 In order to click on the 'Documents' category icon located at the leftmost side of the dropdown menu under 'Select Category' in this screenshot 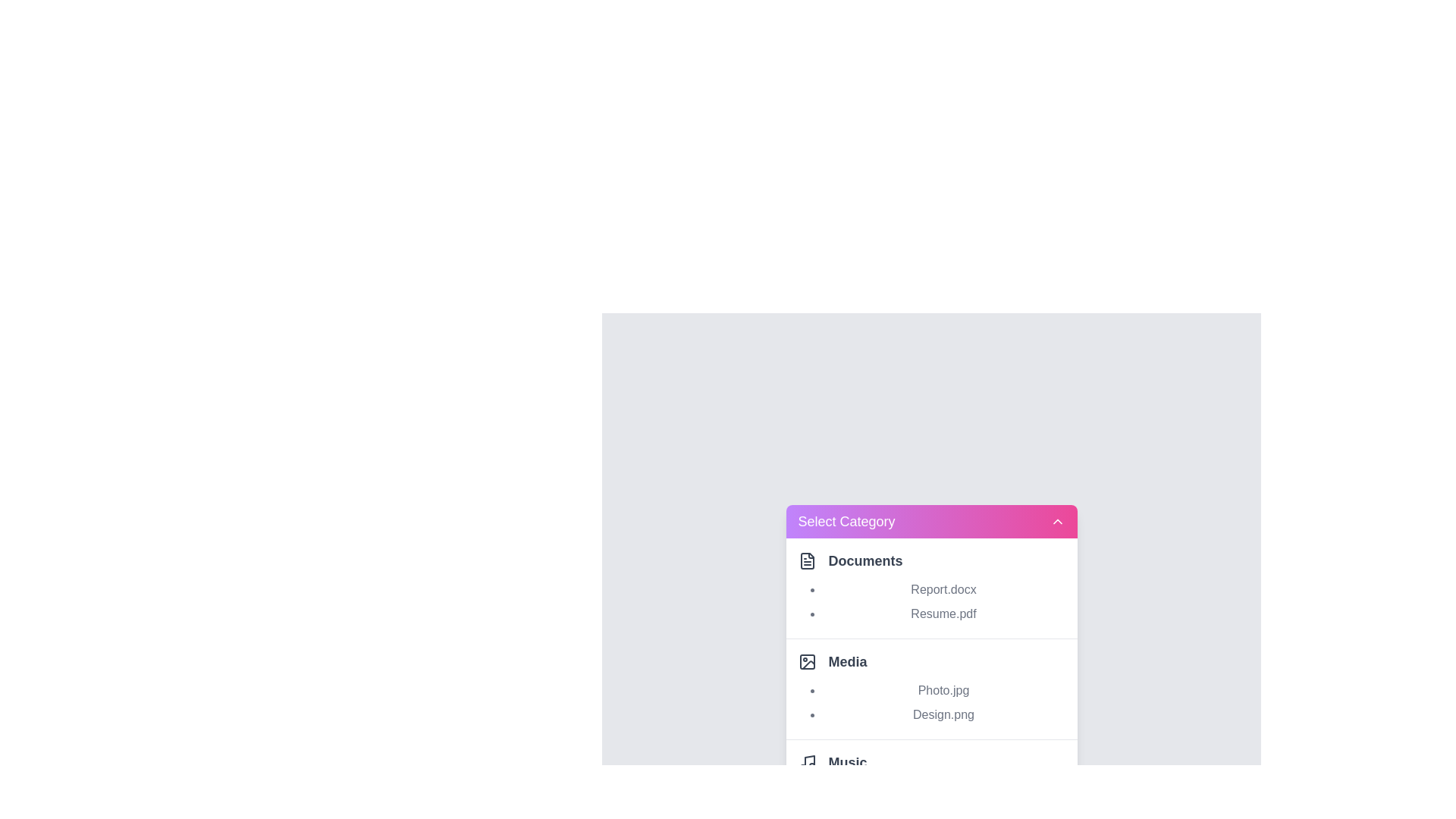, I will do `click(806, 560)`.